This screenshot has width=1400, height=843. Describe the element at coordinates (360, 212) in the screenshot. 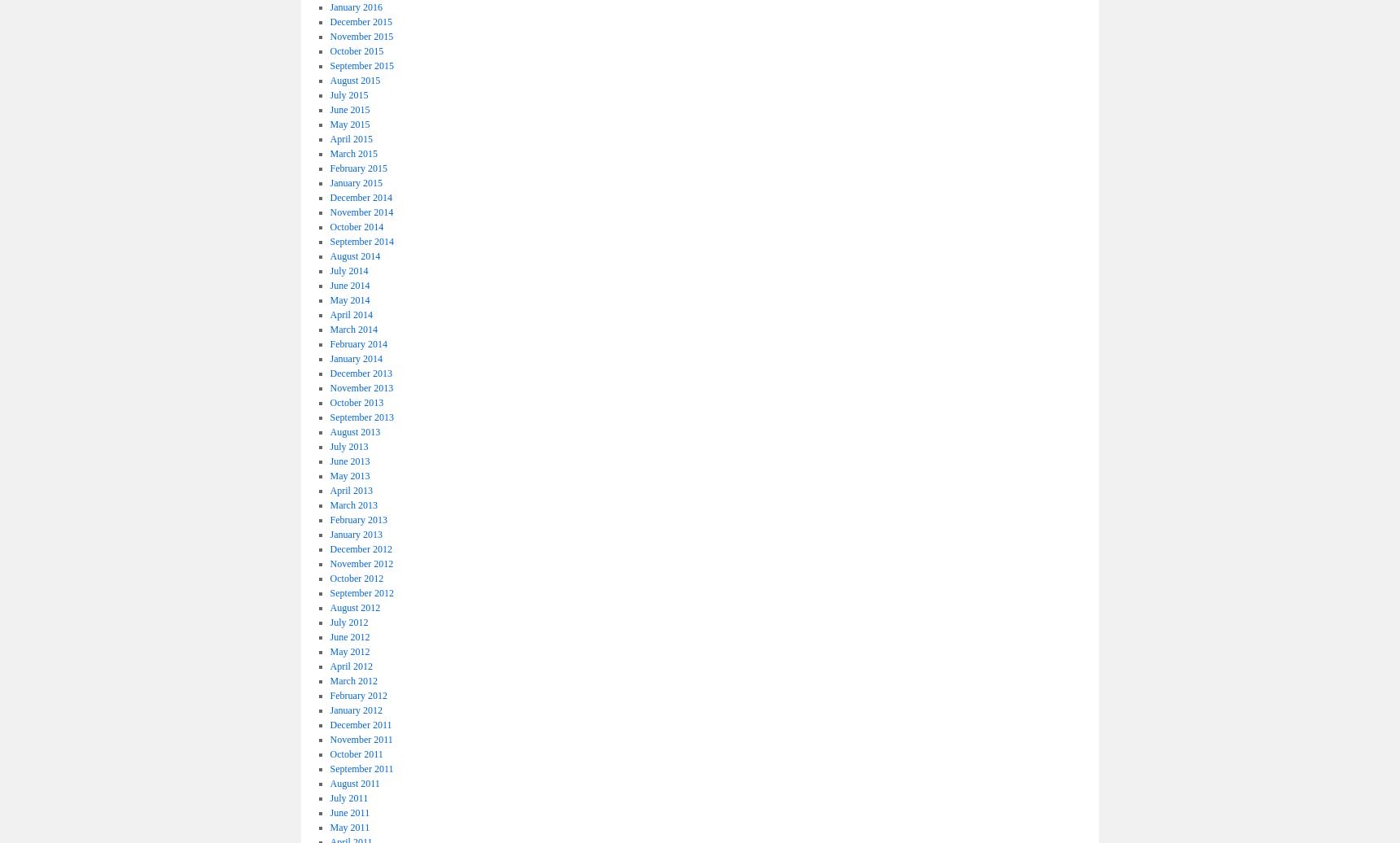

I see `'November 2014'` at that location.